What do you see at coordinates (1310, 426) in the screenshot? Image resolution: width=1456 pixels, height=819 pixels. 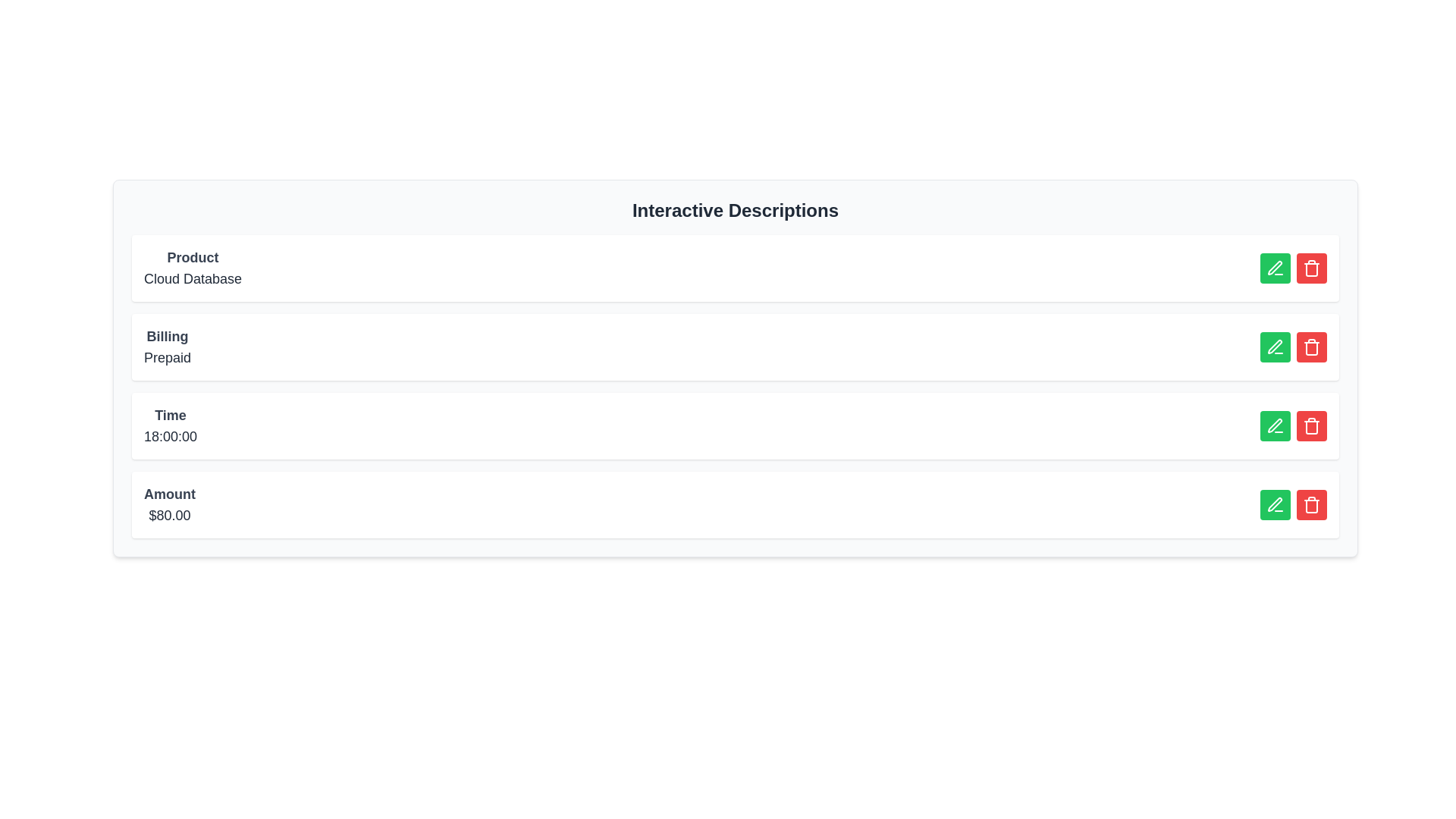 I see `the red button with rounded corners and a white trash can icon located on the far-right of a pair of buttons` at bounding box center [1310, 426].